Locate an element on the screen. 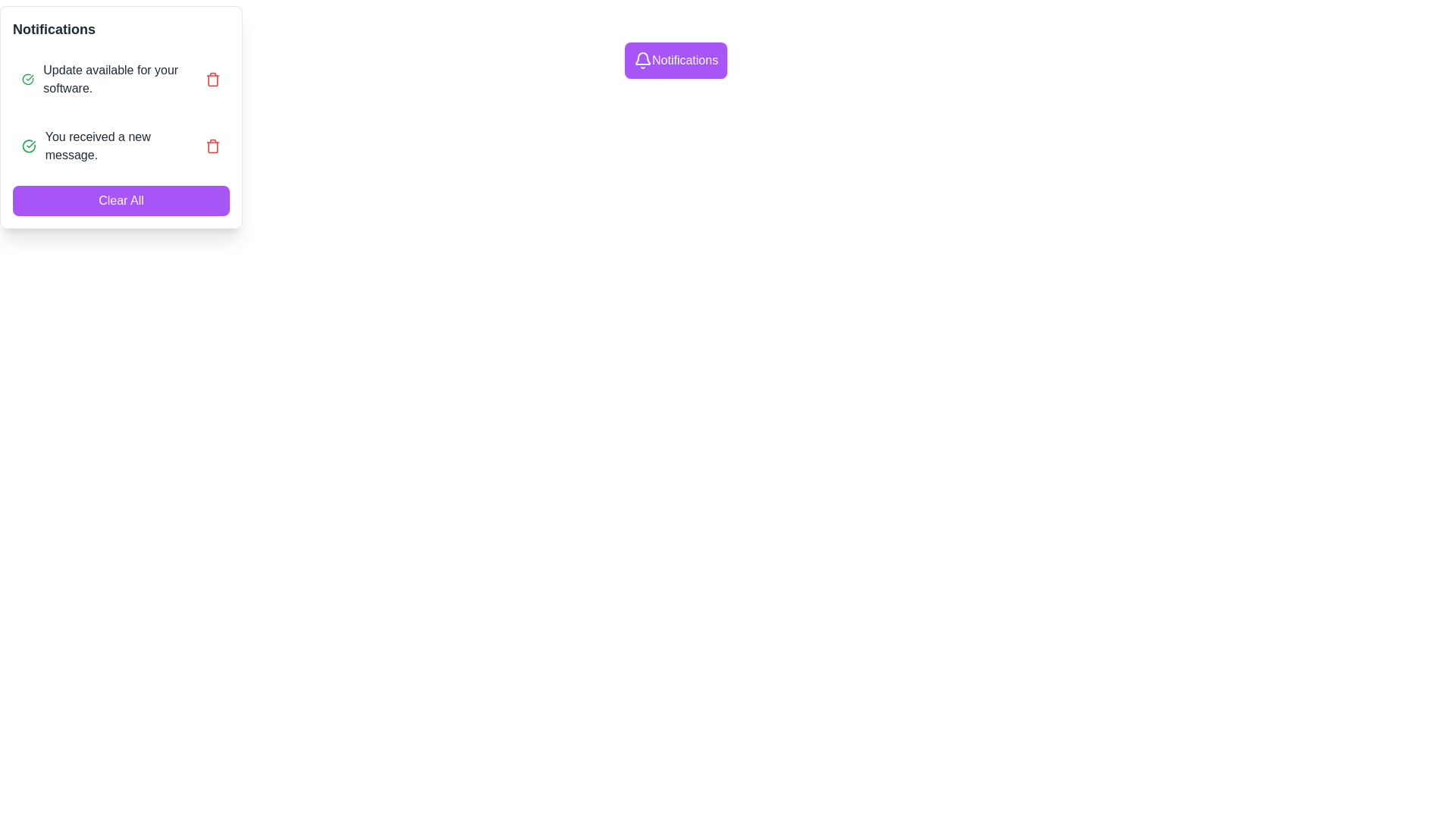 The width and height of the screenshot is (1456, 819). bell icon located in the middle of the purple button labeled 'Notifications' for design purposes is located at coordinates (643, 58).